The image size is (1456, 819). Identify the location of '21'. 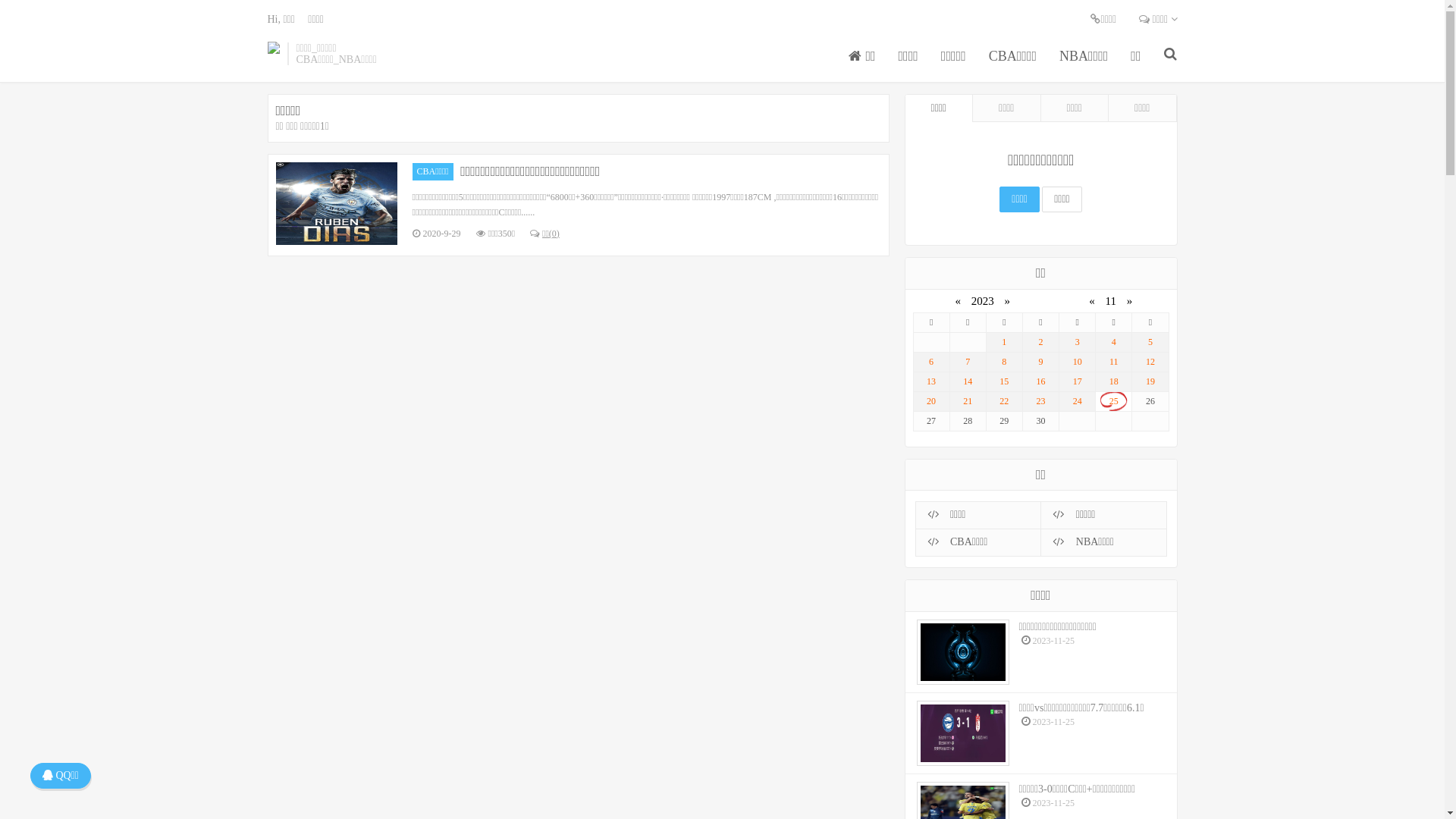
(952, 400).